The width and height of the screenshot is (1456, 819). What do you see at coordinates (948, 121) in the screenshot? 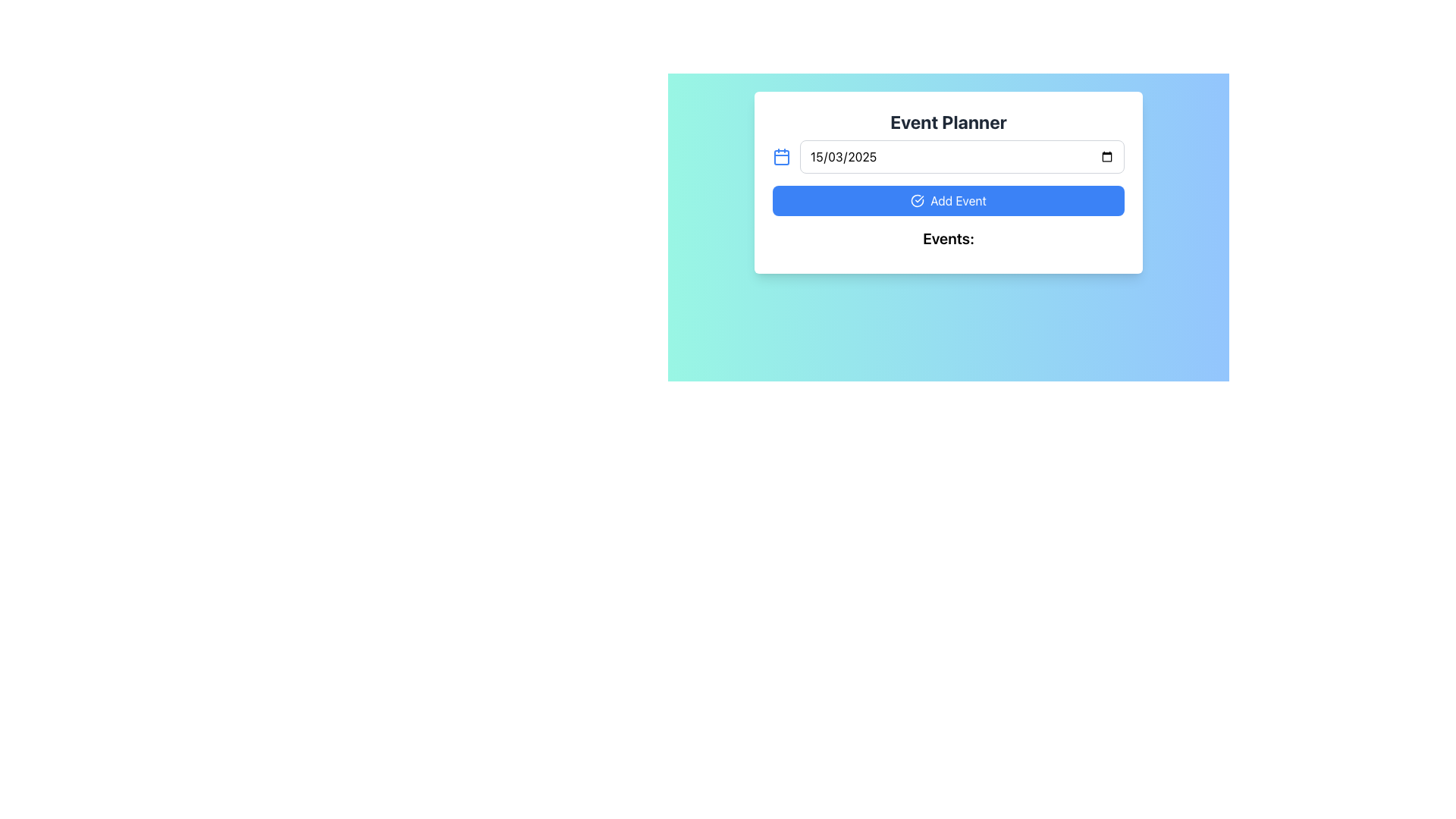
I see `the non-interactive heading titled 'Event Planner', which is centrally aligned at the top of the interface` at bounding box center [948, 121].